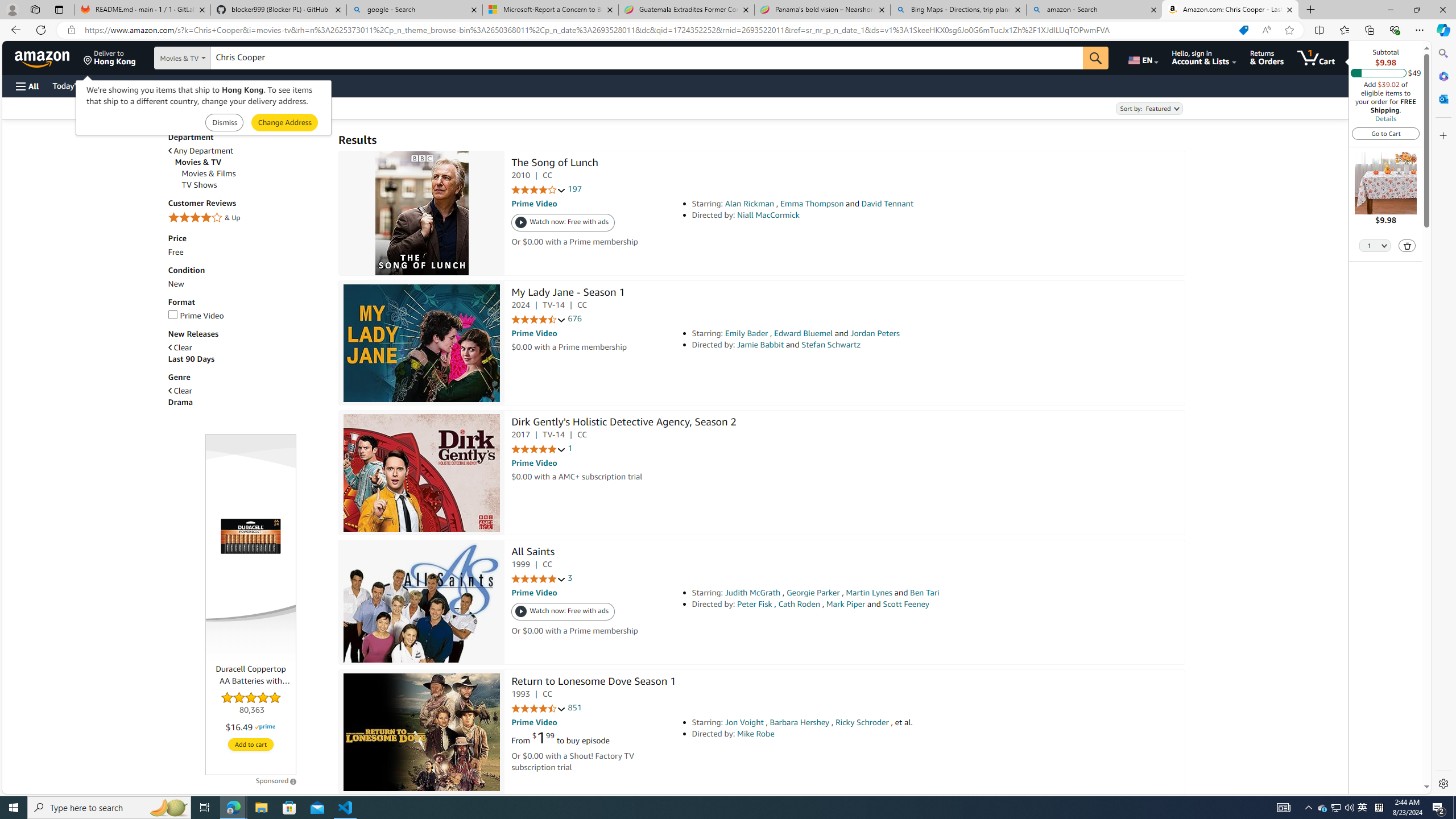 The height and width of the screenshot is (819, 1456). Describe the element at coordinates (800, 722) in the screenshot. I see `'Barbara Hershey'` at that location.